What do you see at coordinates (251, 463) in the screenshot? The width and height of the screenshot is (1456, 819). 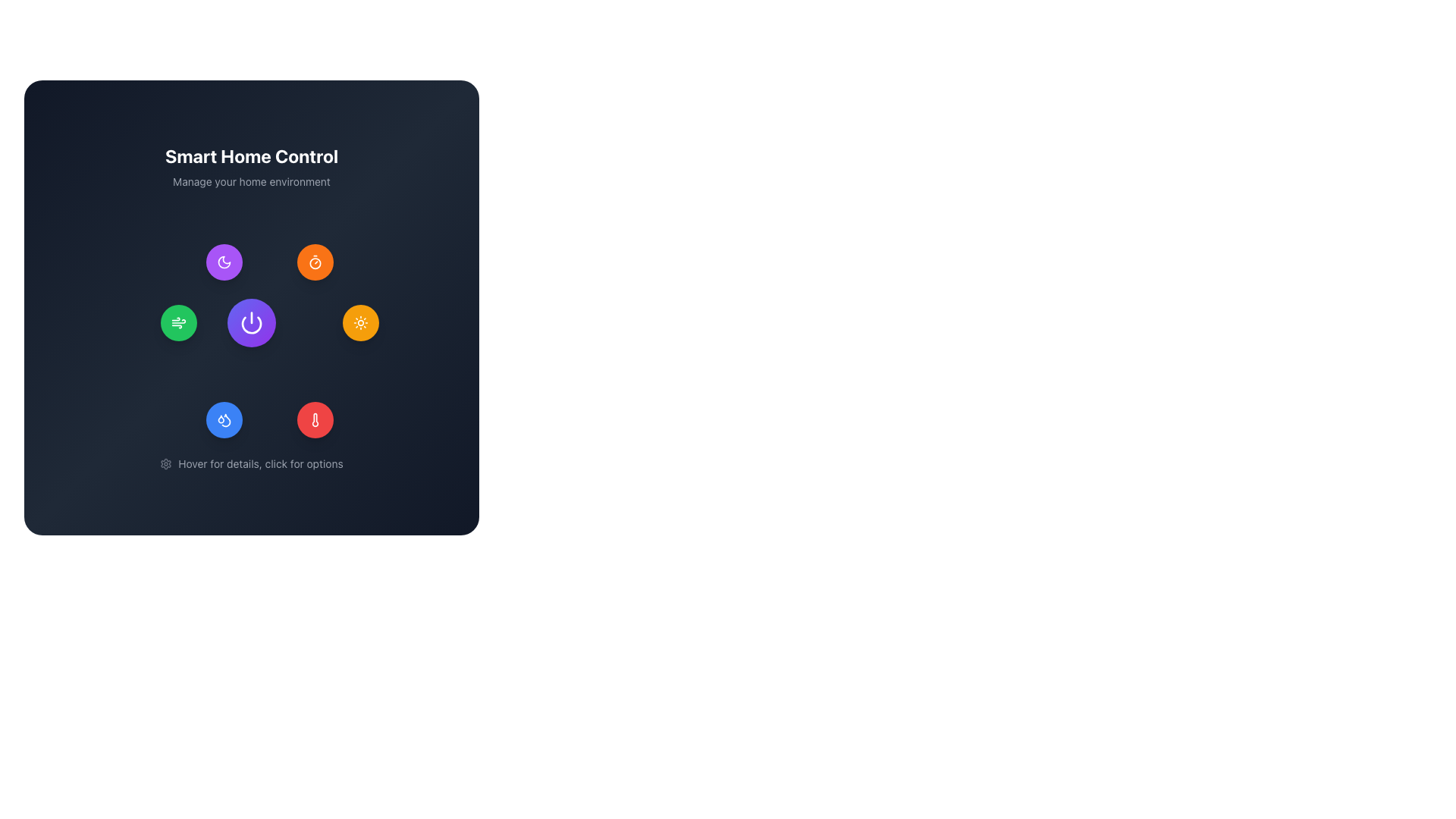 I see `the text 'Hover for details, click for options' with the gear icon on the left` at bounding box center [251, 463].